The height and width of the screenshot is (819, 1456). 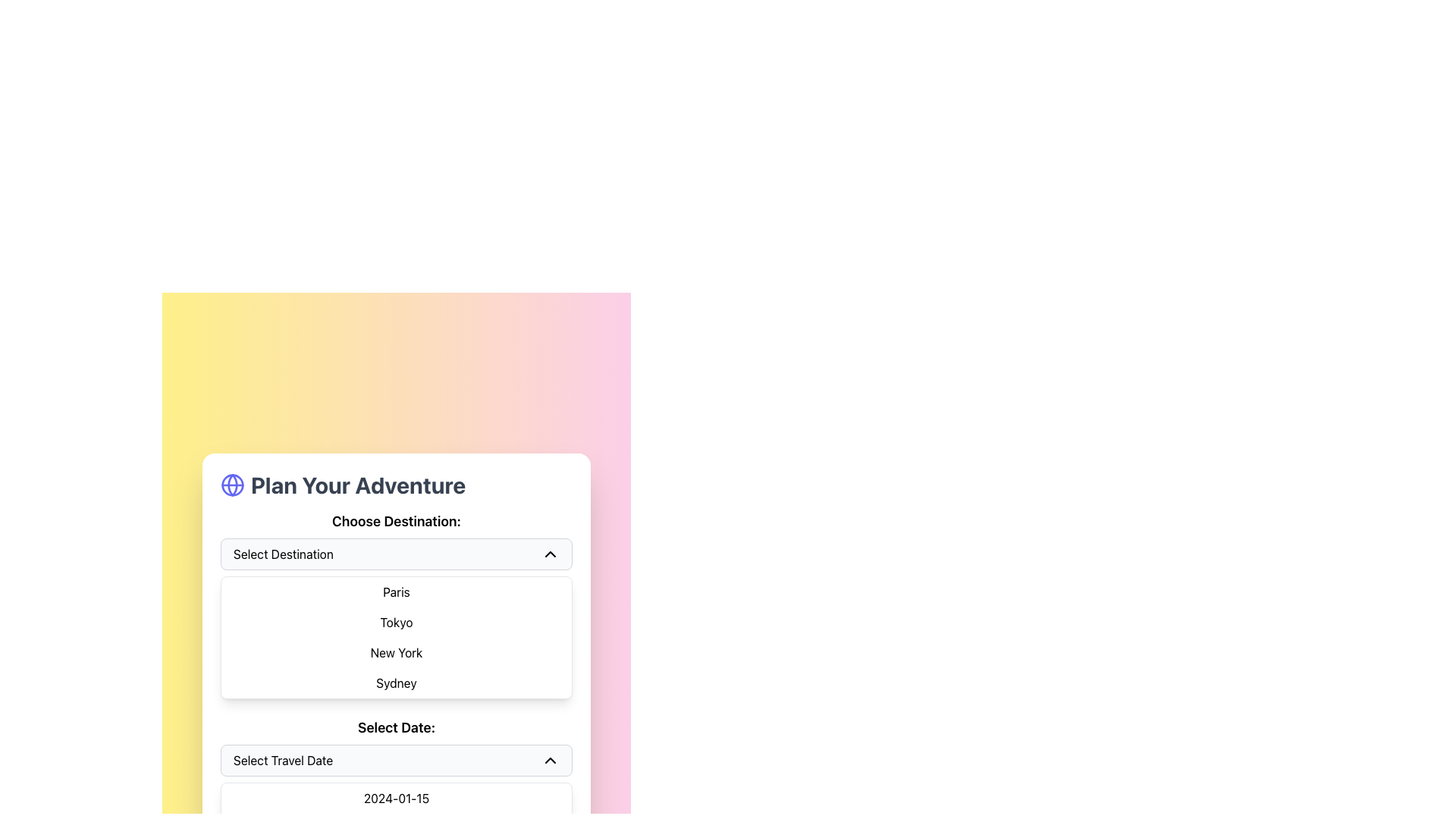 What do you see at coordinates (397, 683) in the screenshot?
I see `the list item labeled 'Sydney', which is the fourth item in the dropdown under 'Choose Destination'` at bounding box center [397, 683].